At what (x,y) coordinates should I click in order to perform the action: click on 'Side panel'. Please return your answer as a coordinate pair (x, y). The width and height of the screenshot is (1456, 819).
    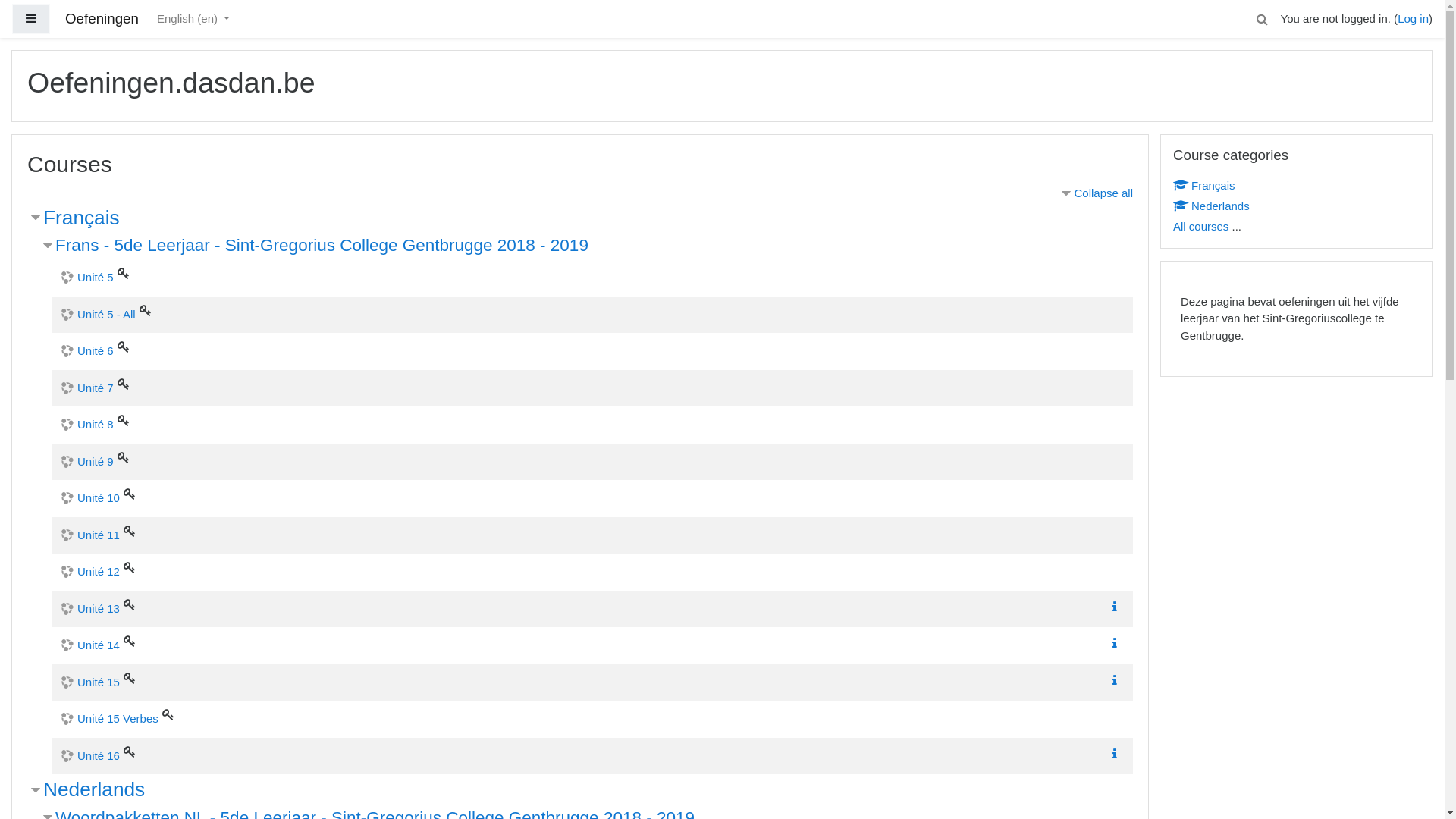
    Looking at the image, I should click on (31, 19).